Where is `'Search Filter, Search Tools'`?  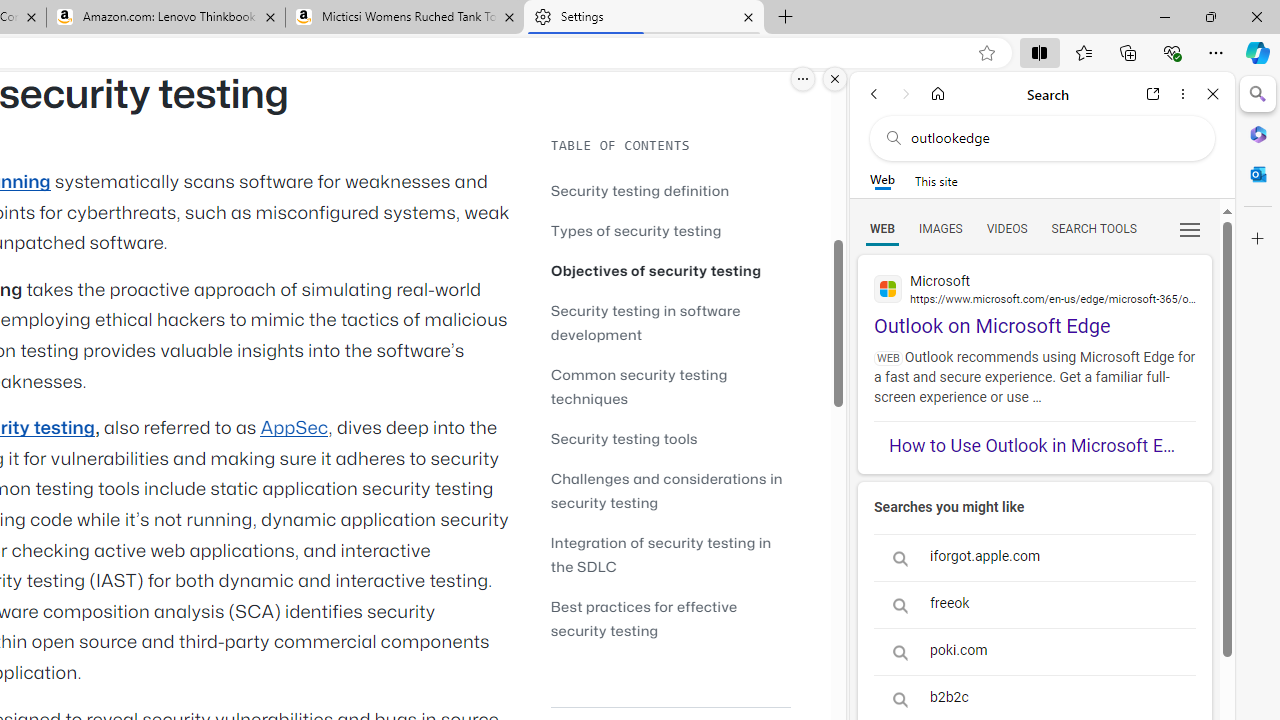 'Search Filter, Search Tools' is located at coordinates (1092, 227).